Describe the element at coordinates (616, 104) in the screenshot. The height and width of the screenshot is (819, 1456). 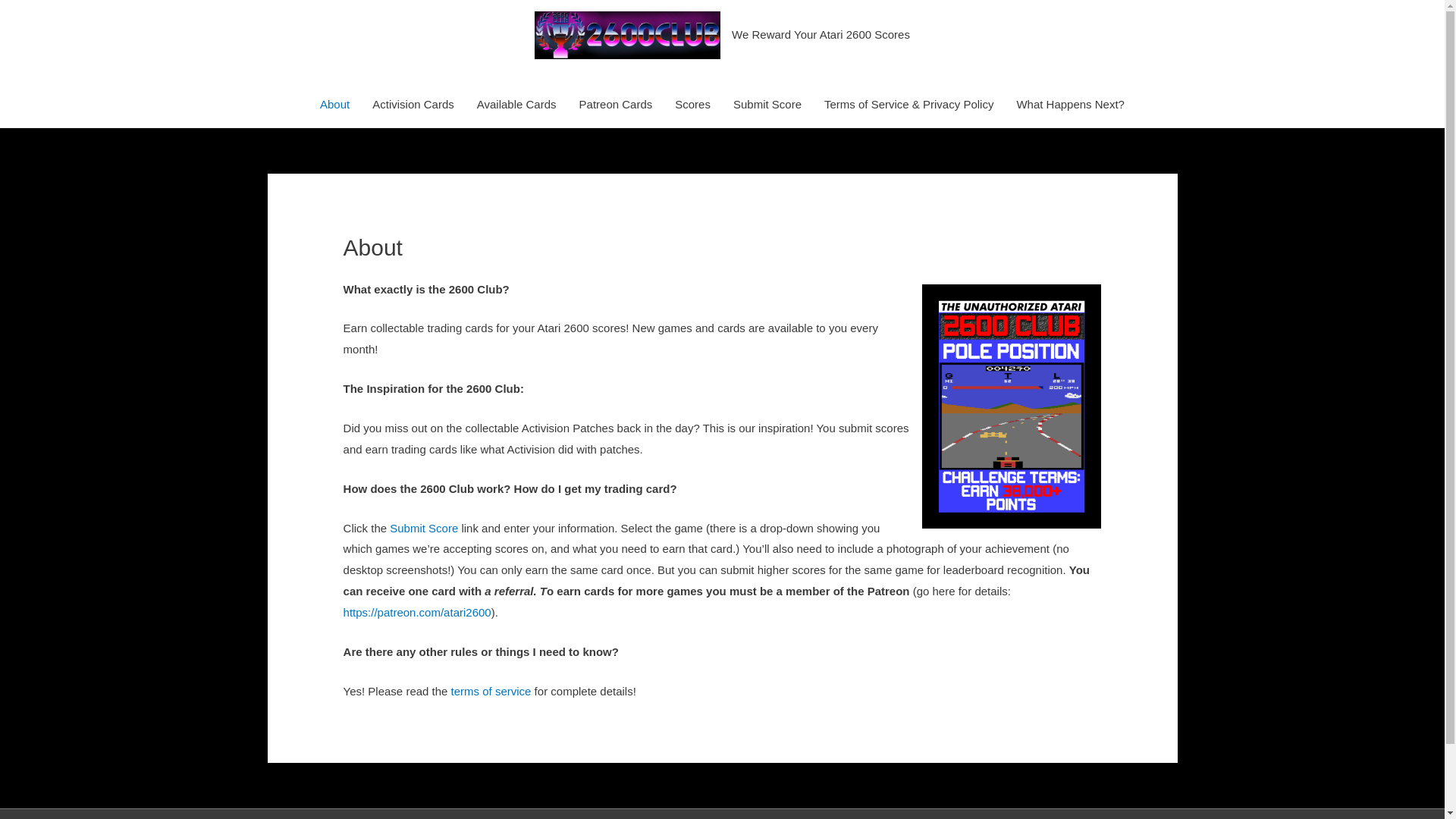
I see `'Patreon Cards'` at that location.